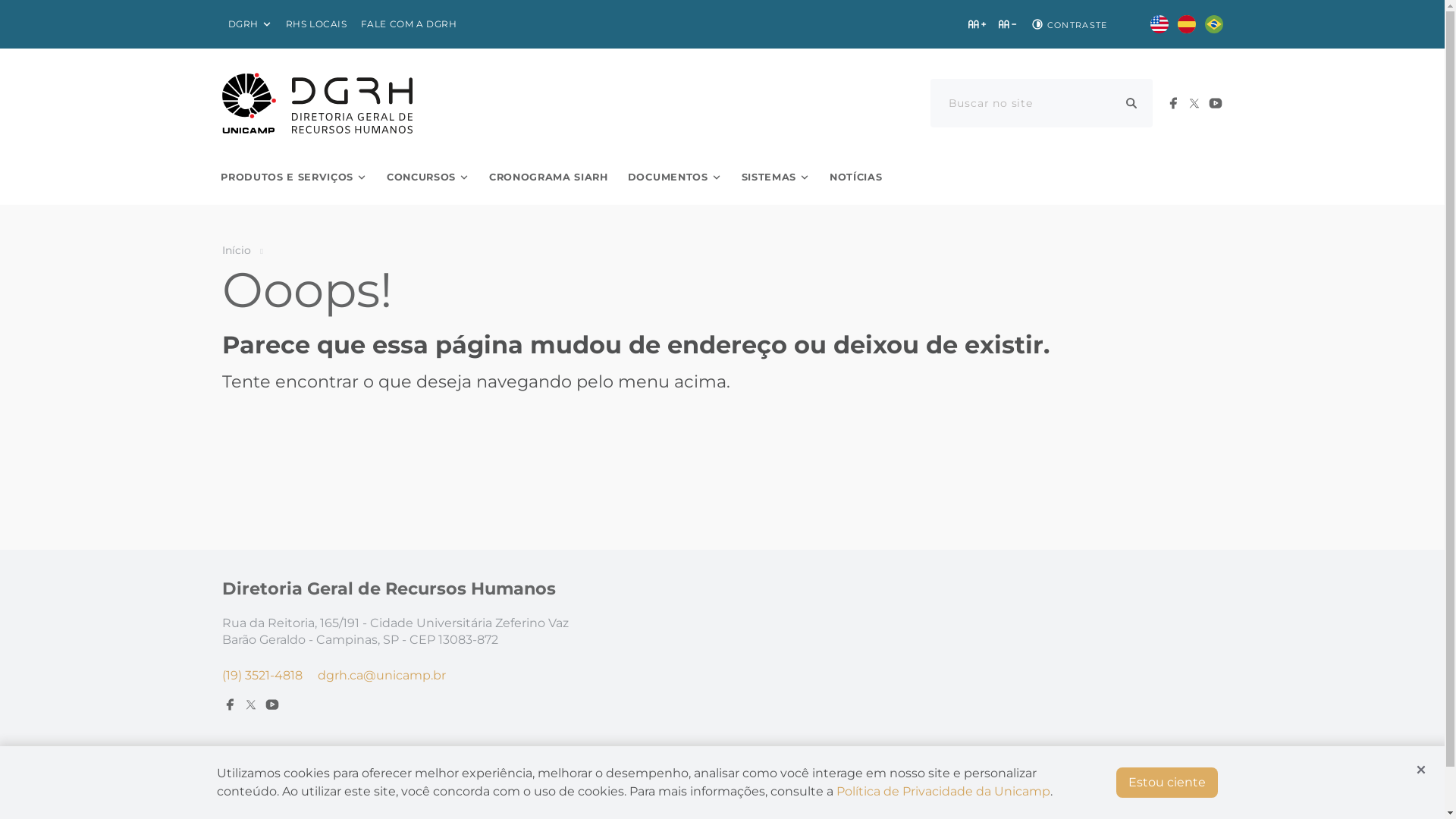 The height and width of the screenshot is (819, 1456). I want to click on 'Fechar', so click(1420, 769).